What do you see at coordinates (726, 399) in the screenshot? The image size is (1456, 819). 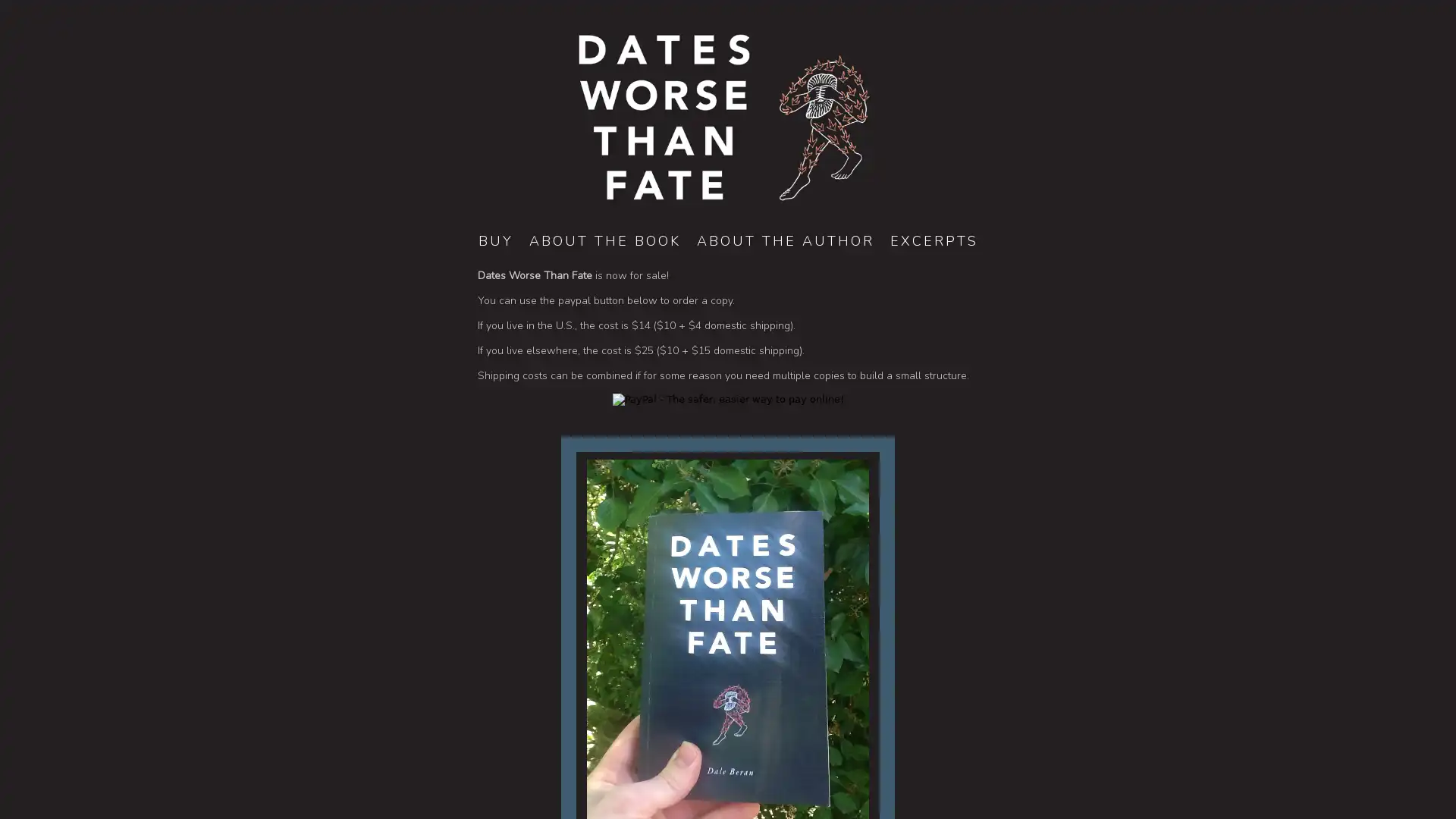 I see `PayPal - The safer, easier way to pay online!` at bounding box center [726, 399].